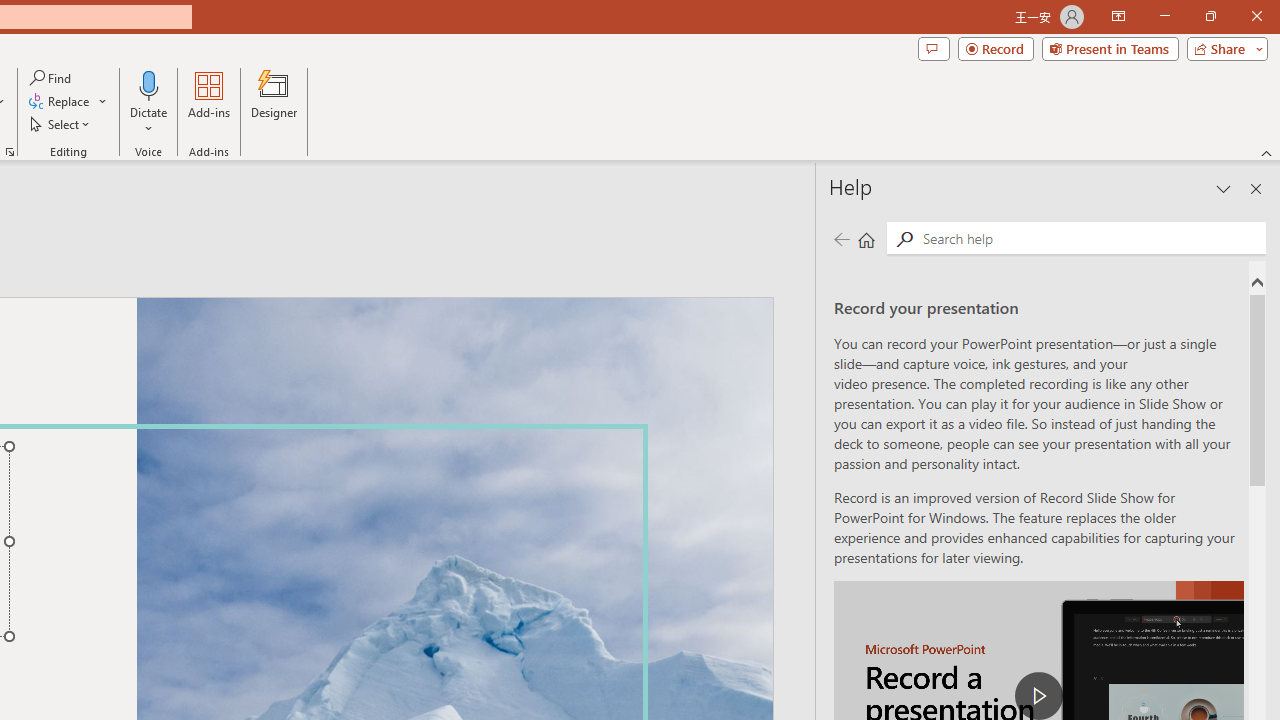 The image size is (1280, 720). Describe the element at coordinates (148, 121) in the screenshot. I see `'More Options'` at that location.